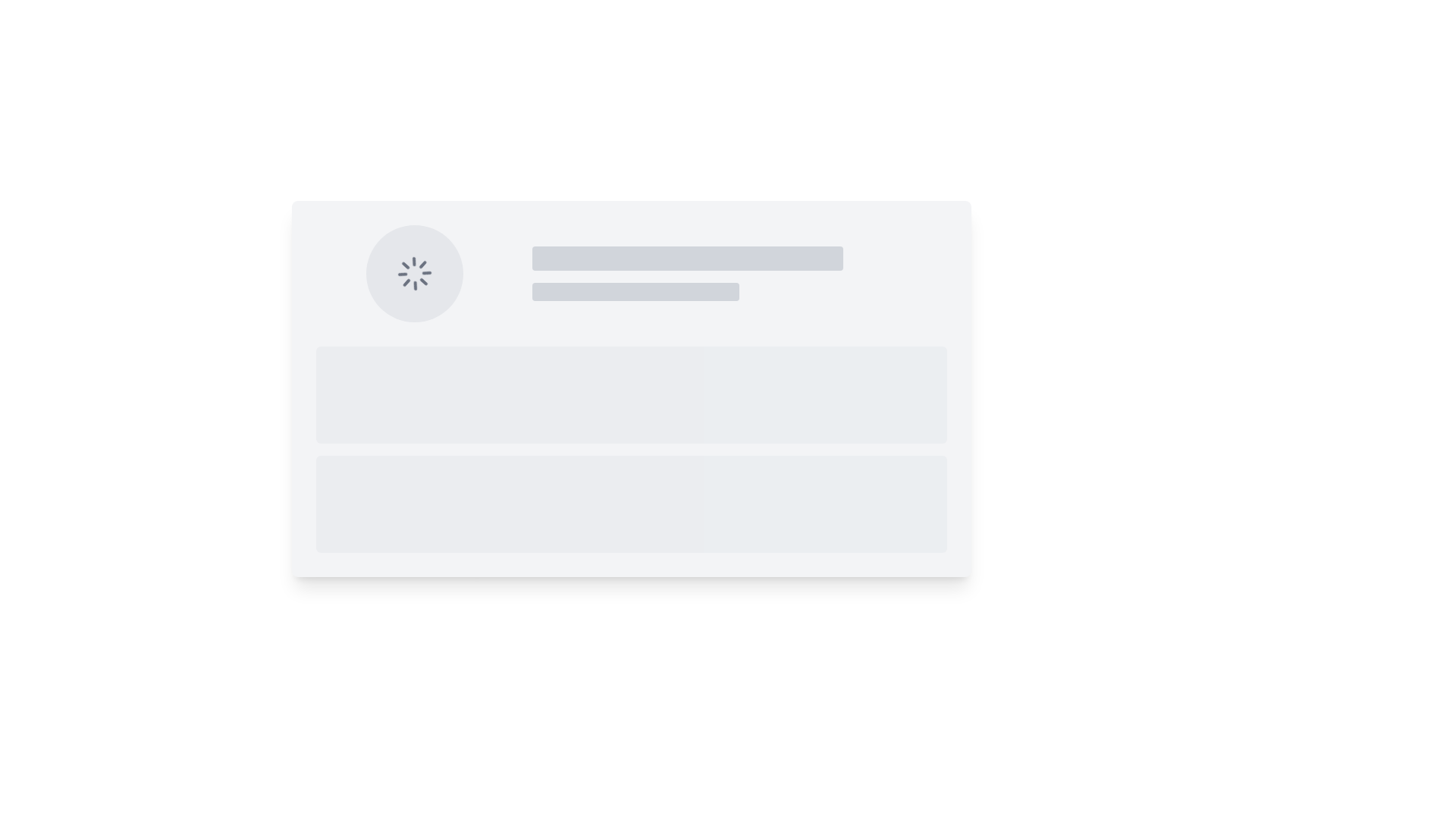 This screenshot has height=819, width=1456. What do you see at coordinates (415, 274) in the screenshot?
I see `the circular spinner loader with gray strokes positioned in the leftmost column of the grid layout` at bounding box center [415, 274].